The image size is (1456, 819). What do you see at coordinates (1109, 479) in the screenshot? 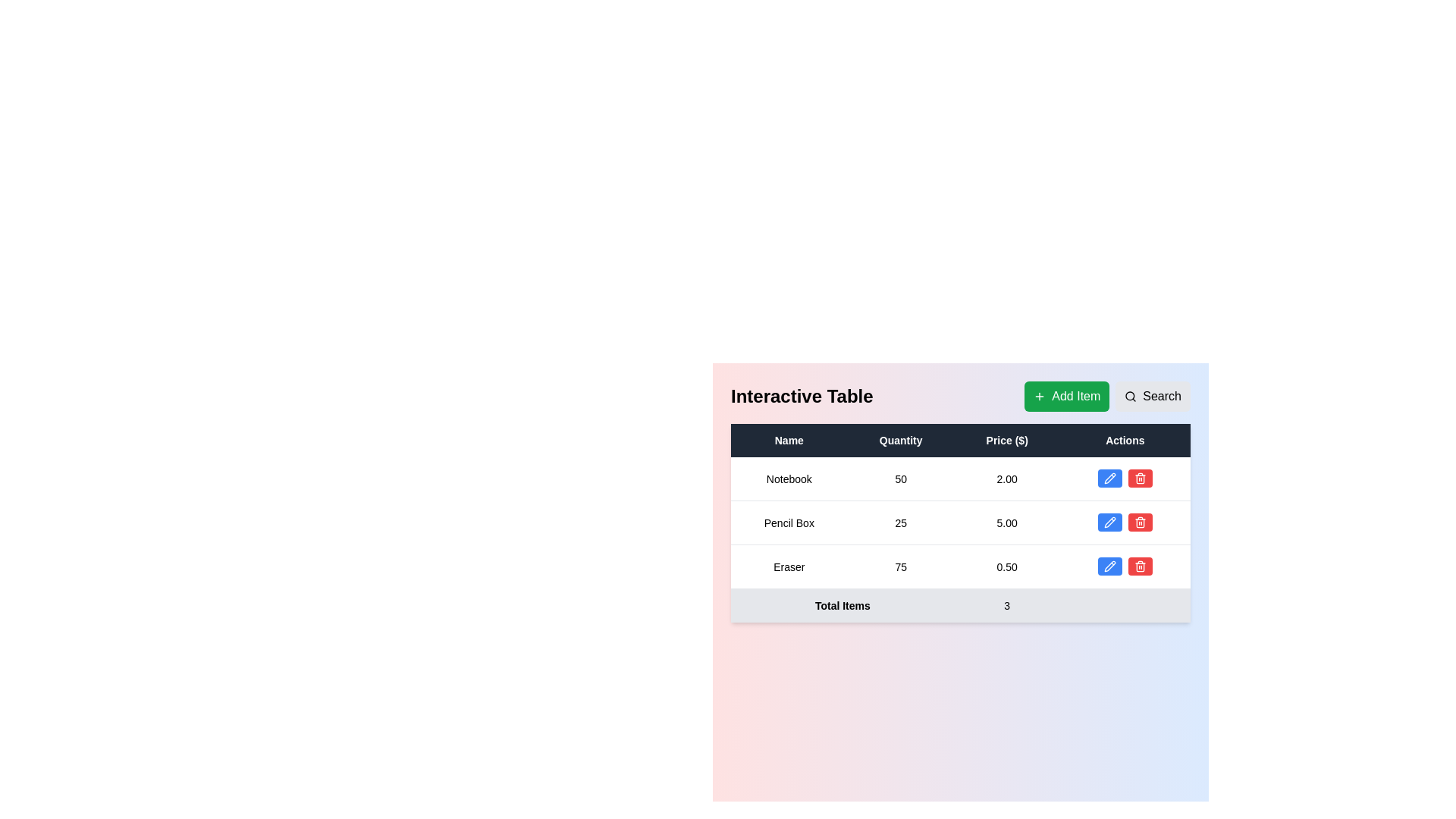
I see `the blue pencil-shaped icon in the second row of the Actions column to initiate editing` at bounding box center [1109, 479].